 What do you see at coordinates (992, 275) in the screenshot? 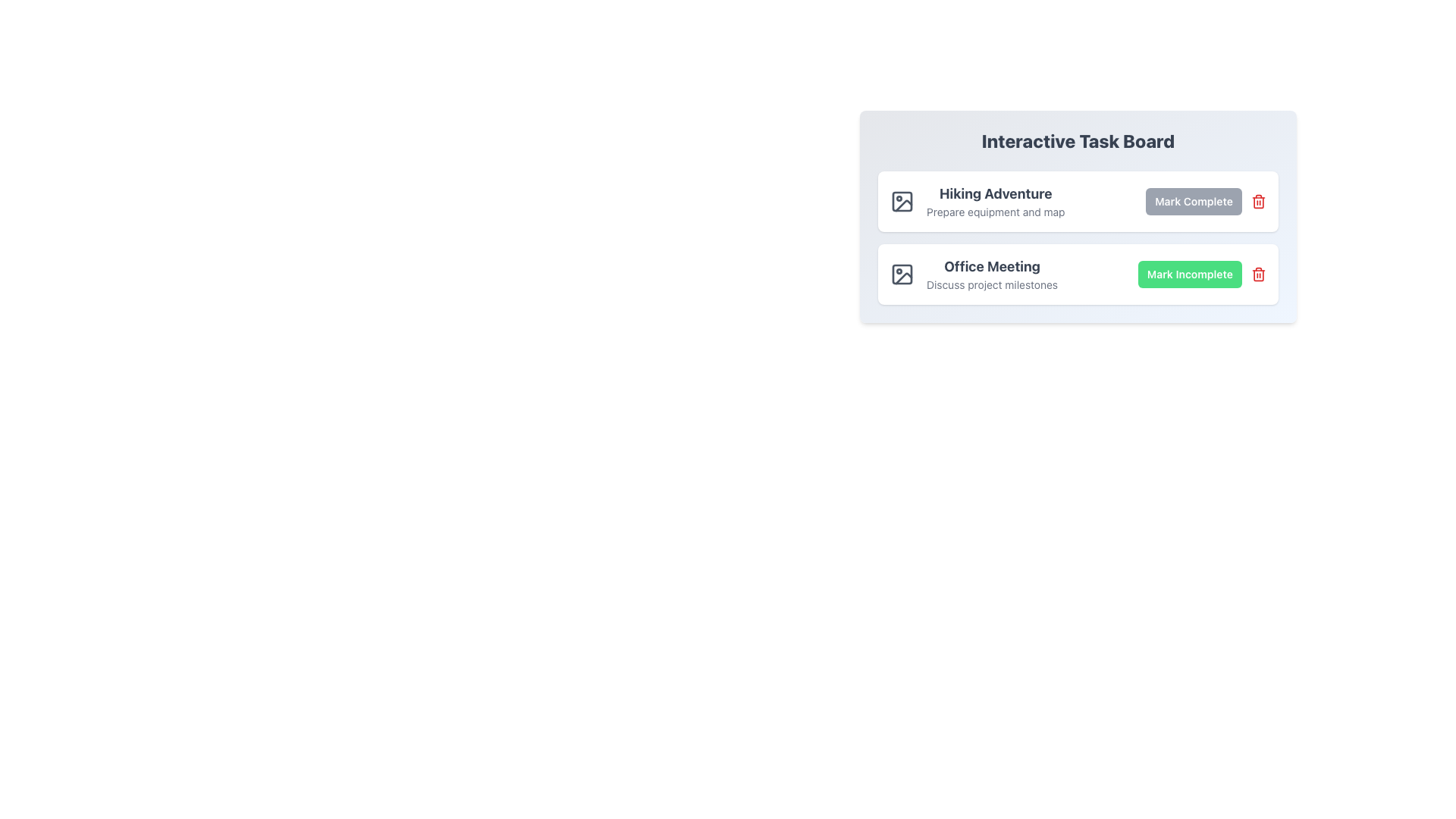
I see `the text label displaying 'Office Meeting' and 'Discuss project milestones', located in the second row of a vertical list in the task board, between an image icon and a green button labeled 'Mark Incomplete'` at bounding box center [992, 275].